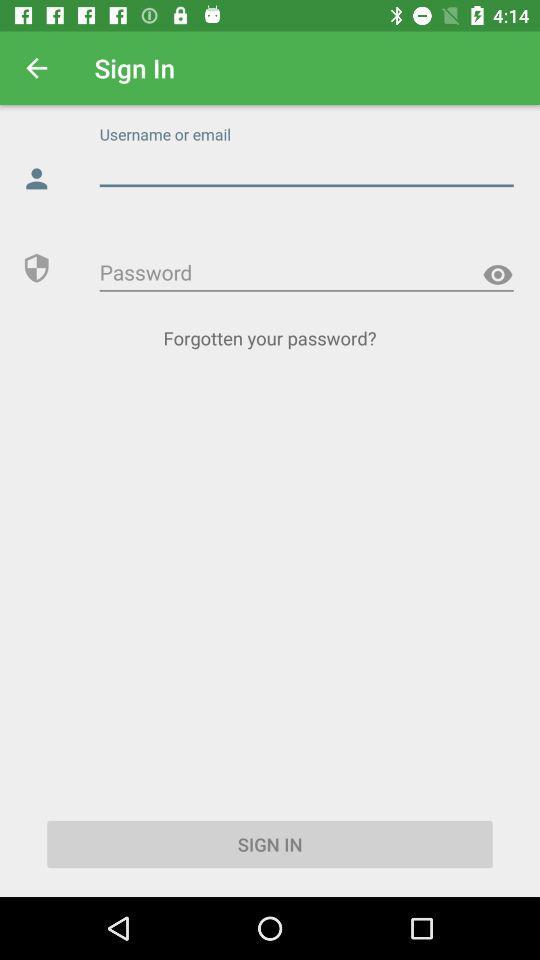  I want to click on e-mail address, so click(306, 167).